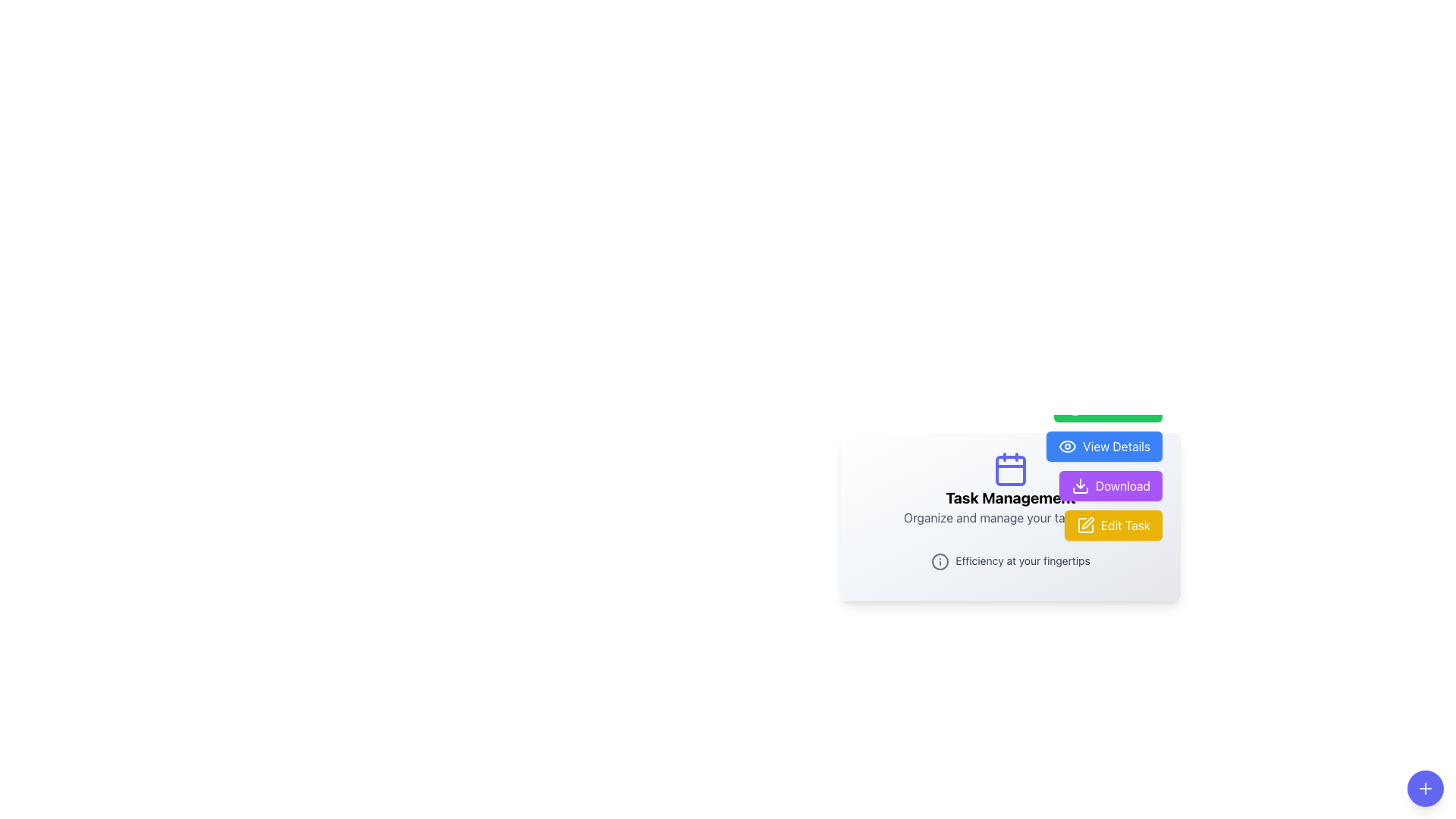 Image resolution: width=1456 pixels, height=819 pixels. Describe the element at coordinates (1425, 788) in the screenshot. I see `the Floating Action Button (FAB) with a deep indigo background and a white plus icon to activate the scale effect` at that location.